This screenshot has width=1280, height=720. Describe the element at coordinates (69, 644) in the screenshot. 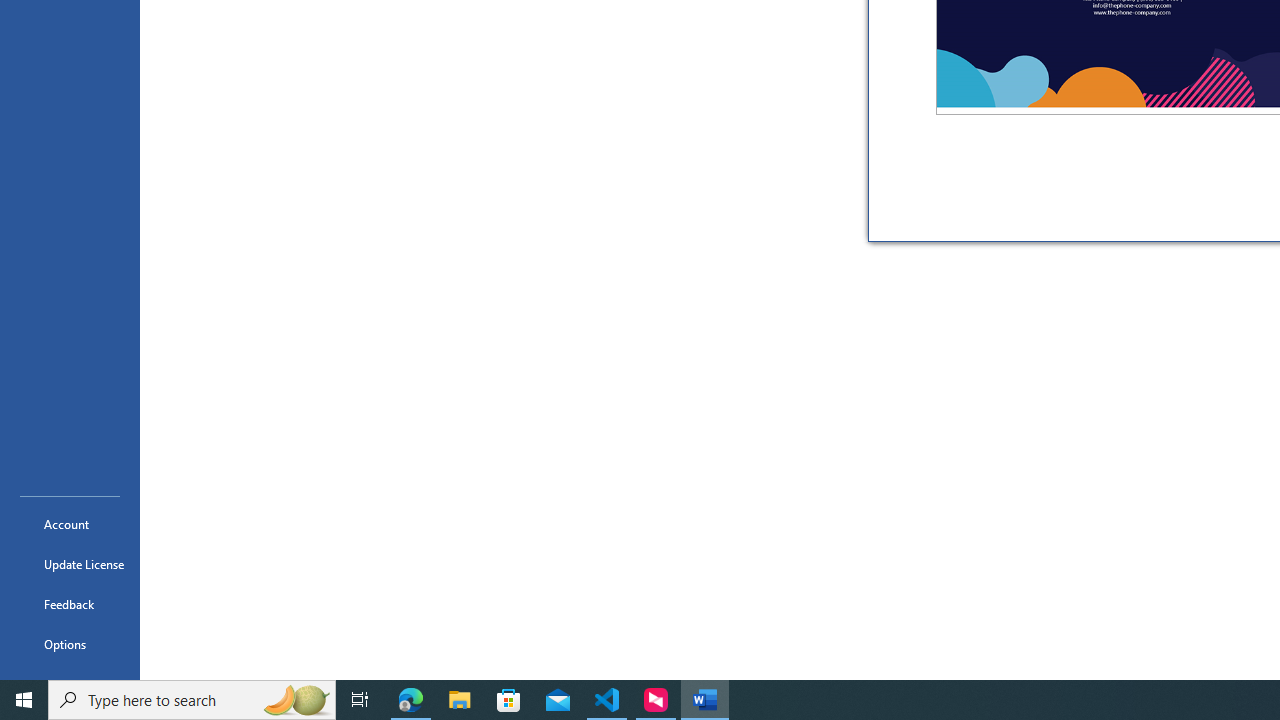

I see `'Options'` at that location.